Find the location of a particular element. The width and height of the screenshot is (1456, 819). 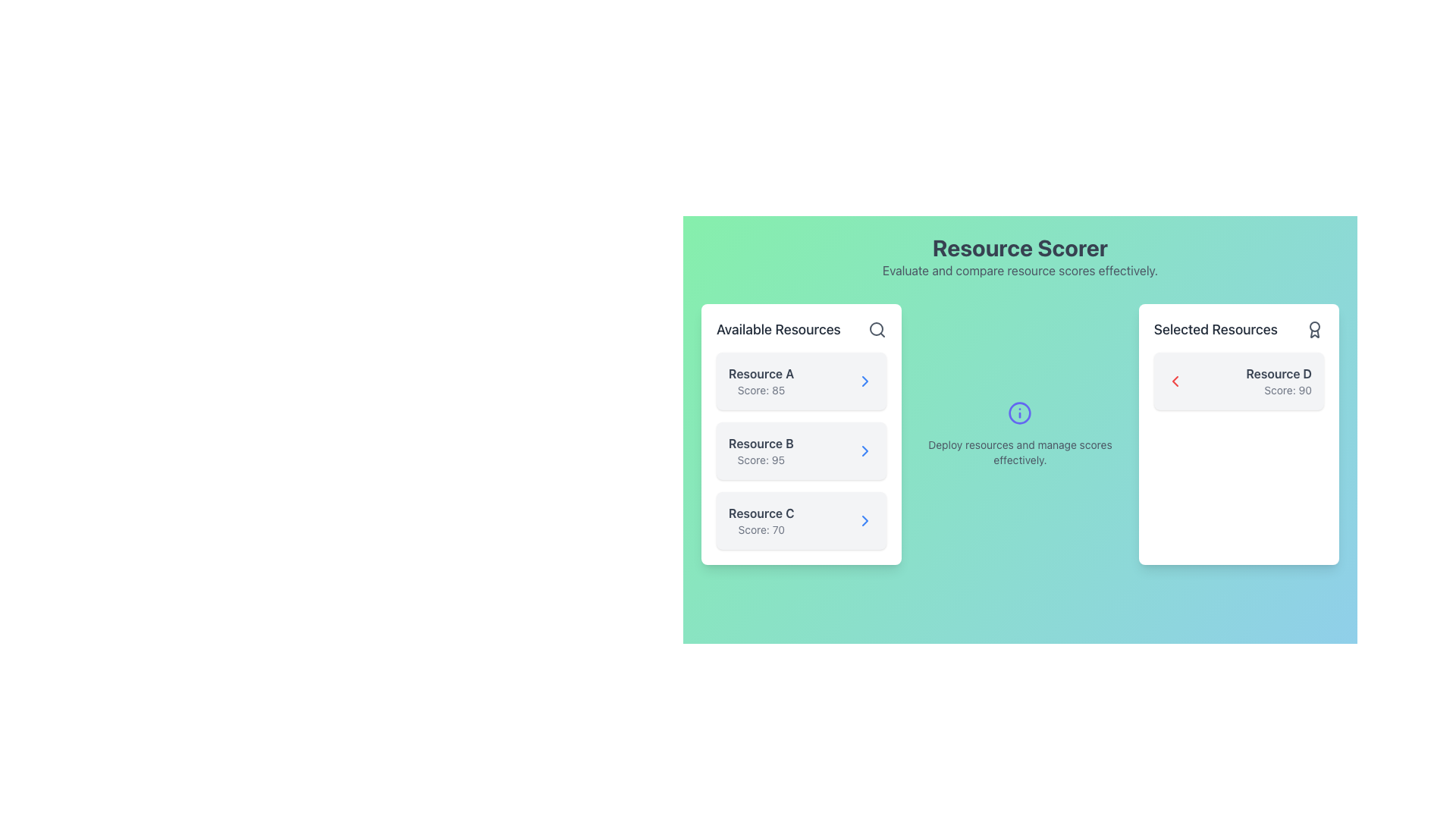

the arrow associated with 'Resource B' in the second item of the 'Available Resources' list is located at coordinates (801, 435).